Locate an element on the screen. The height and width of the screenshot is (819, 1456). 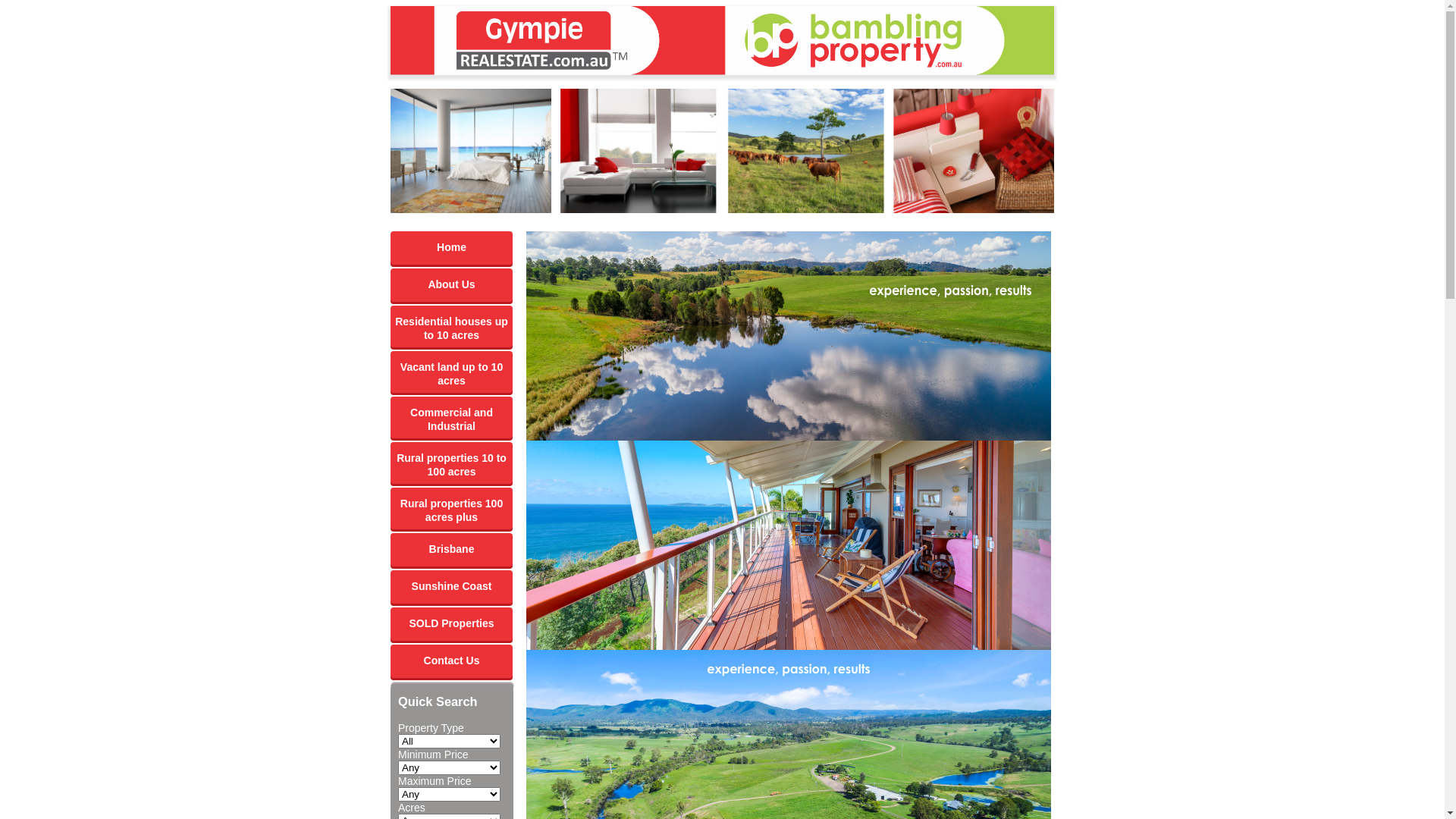
'Vacant land up to 10 acres' is located at coordinates (390, 372).